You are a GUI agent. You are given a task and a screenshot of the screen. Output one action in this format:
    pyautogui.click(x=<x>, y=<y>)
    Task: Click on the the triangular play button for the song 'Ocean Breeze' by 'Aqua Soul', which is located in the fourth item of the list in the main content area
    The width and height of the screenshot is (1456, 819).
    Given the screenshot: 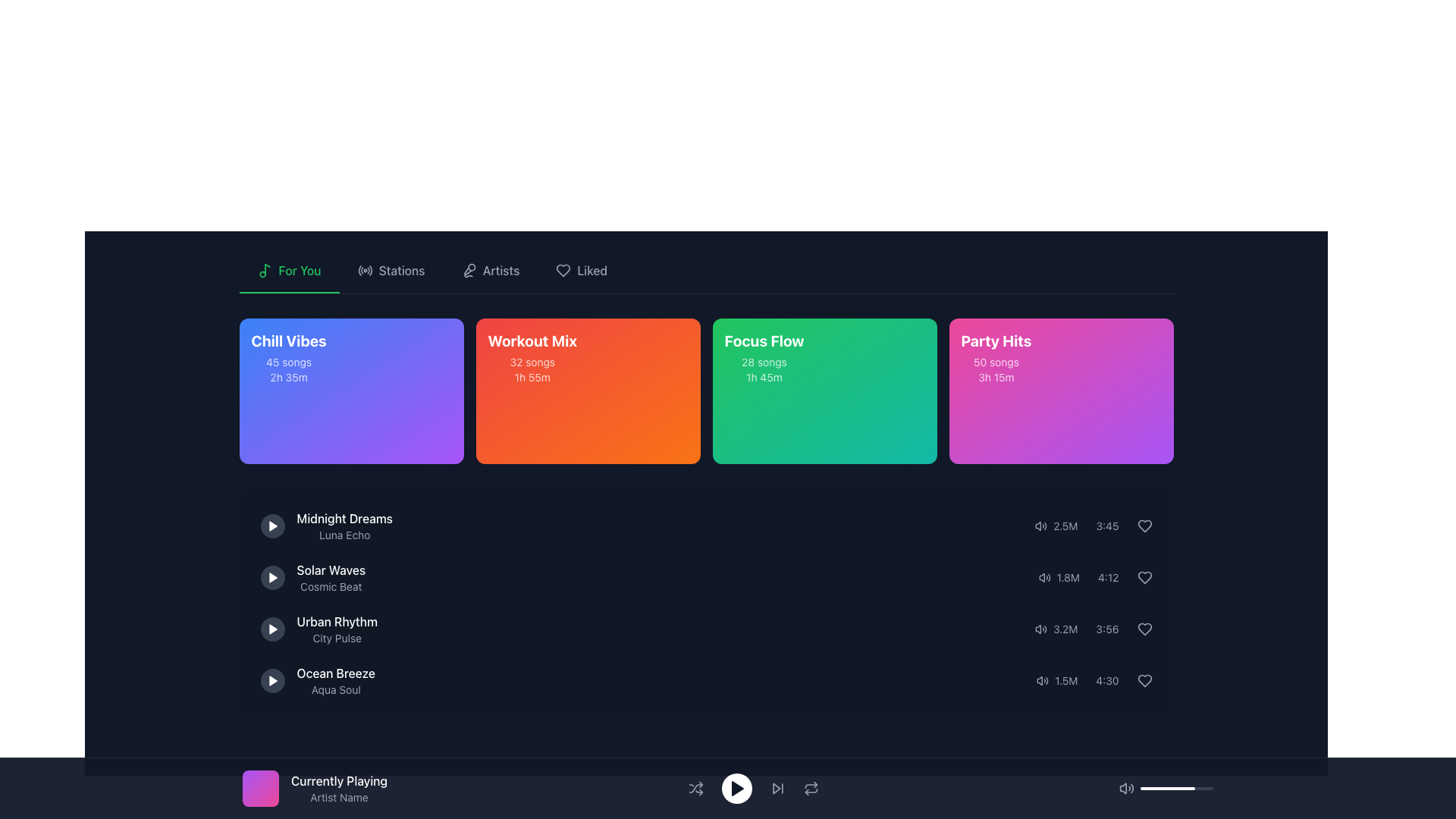 What is the action you would take?
    pyautogui.click(x=273, y=680)
    